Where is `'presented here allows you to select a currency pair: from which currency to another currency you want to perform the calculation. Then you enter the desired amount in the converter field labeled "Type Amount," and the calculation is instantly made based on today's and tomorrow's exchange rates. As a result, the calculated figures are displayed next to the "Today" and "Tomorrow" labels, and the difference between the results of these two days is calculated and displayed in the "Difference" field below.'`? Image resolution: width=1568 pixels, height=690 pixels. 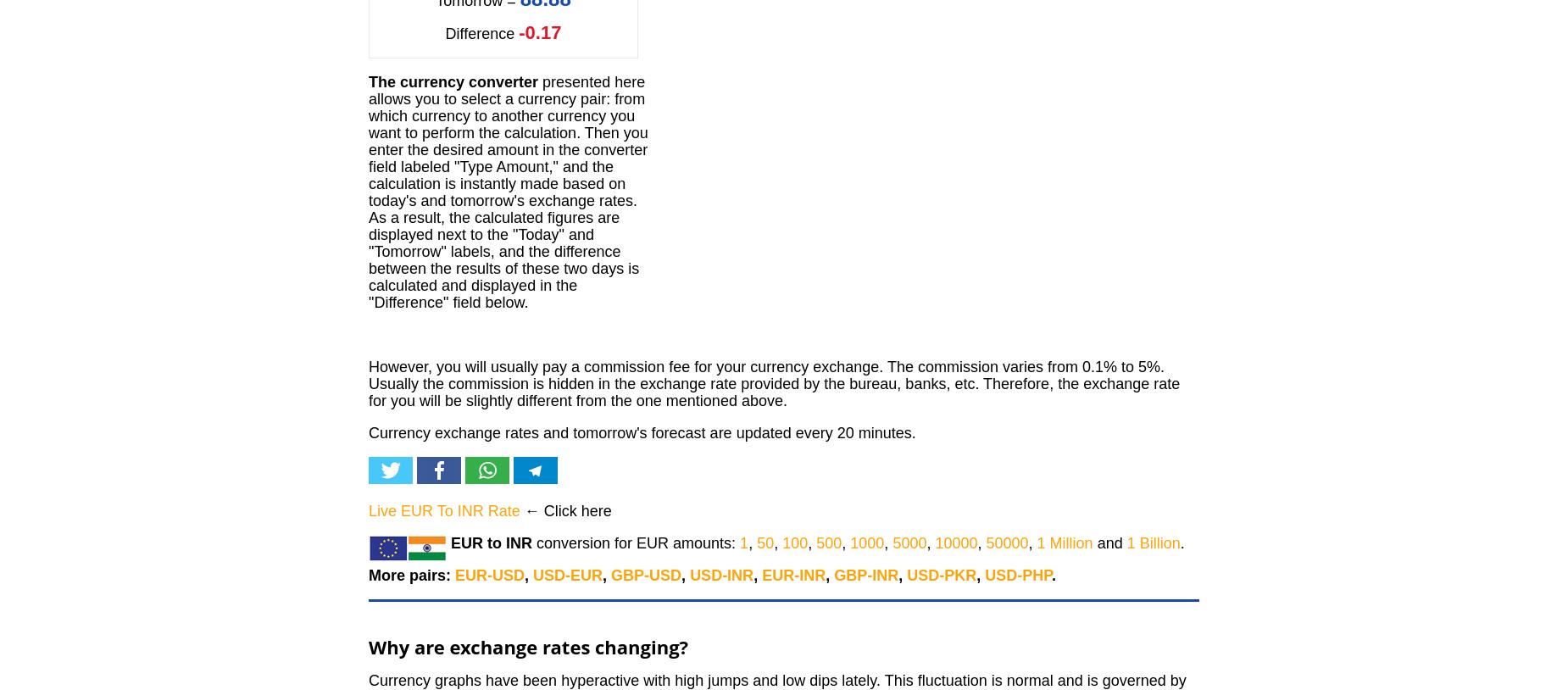
'presented here allows you to select a currency pair: from which currency to another currency you want to perform the calculation. Then you enter the desired amount in the converter field labeled "Type Amount," and the calculation is instantly made based on today's and tomorrow's exchange rates. As a result, the calculated figures are displayed next to the "Today" and "Tomorrow" labels, and the difference between the results of these two days is calculated and displayed in the "Difference" field below.' is located at coordinates (508, 192).